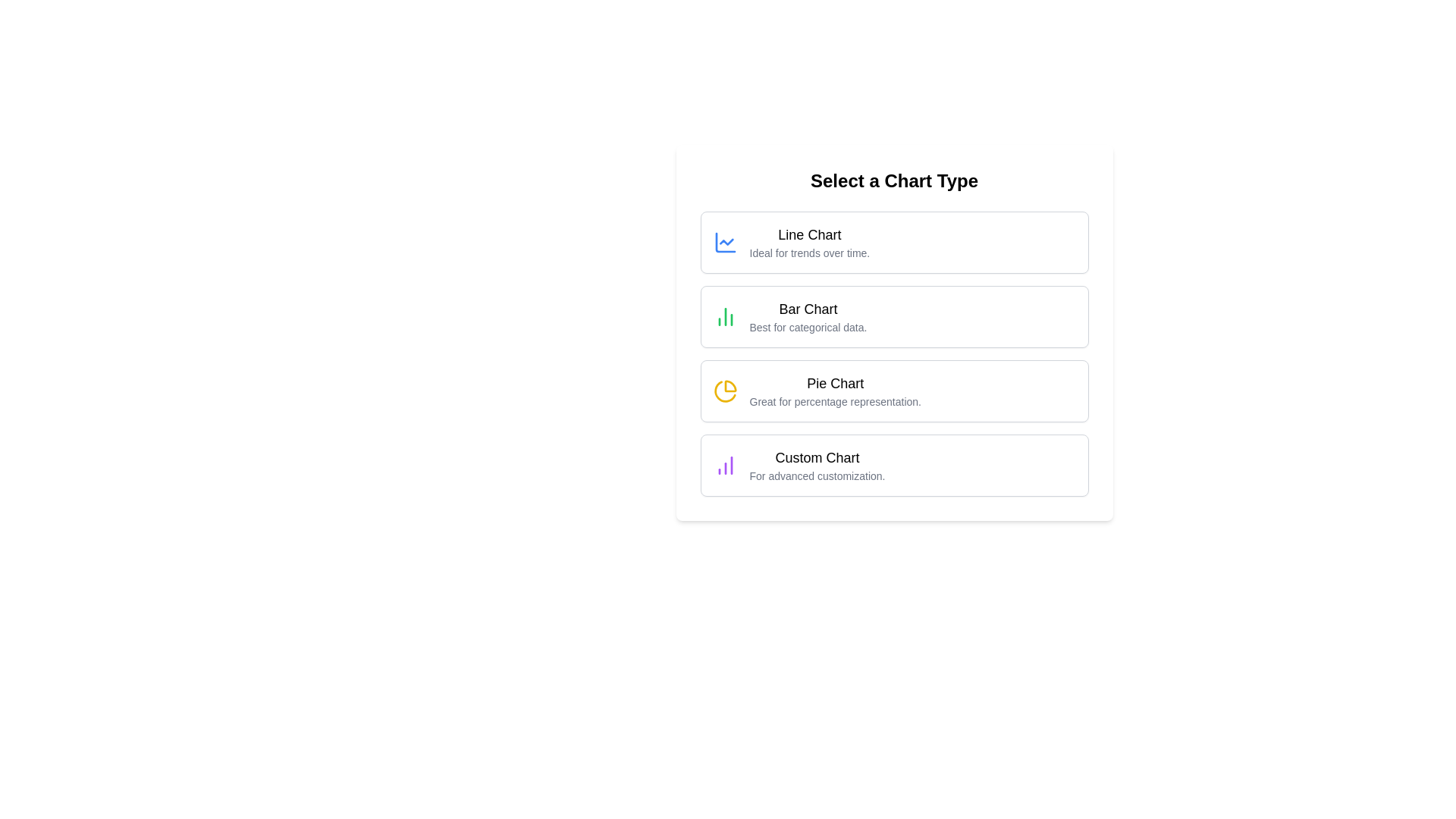 The image size is (1456, 819). I want to click on the 'Bar Chart' option card, which is the second item in the list of charts, so click(894, 332).